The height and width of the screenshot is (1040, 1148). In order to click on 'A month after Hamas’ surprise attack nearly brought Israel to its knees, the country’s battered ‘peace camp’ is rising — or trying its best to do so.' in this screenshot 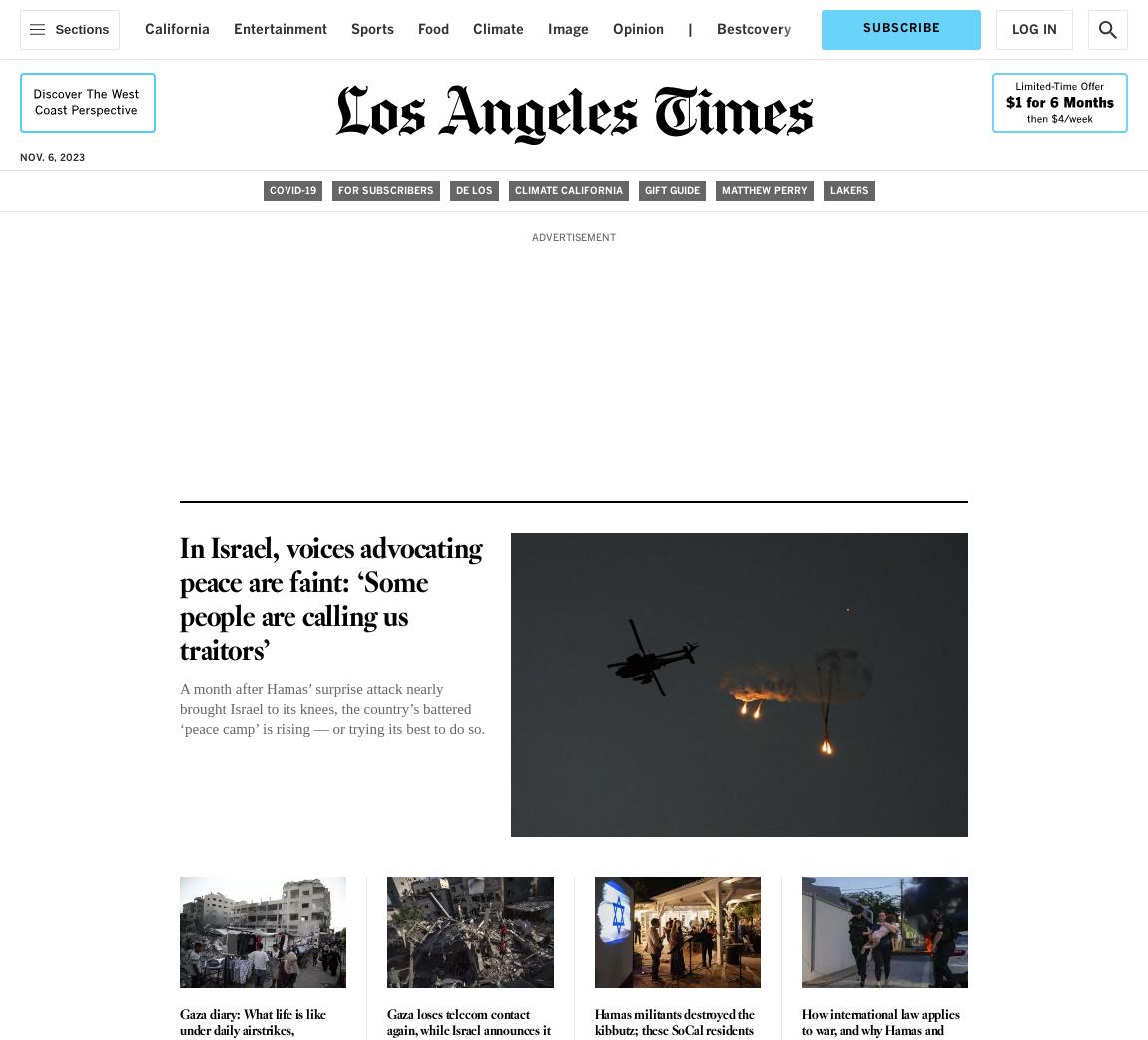, I will do `click(178, 708)`.